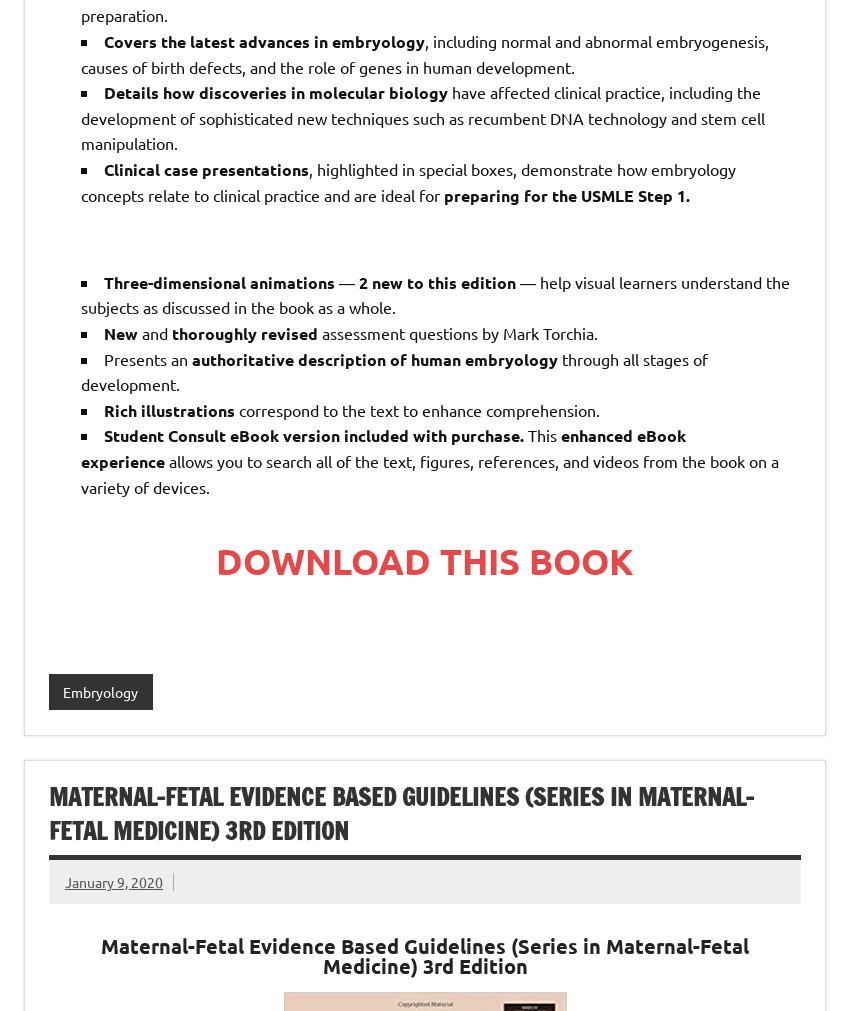 The width and height of the screenshot is (850, 1011). What do you see at coordinates (147, 356) in the screenshot?
I see `'Presents an'` at bounding box center [147, 356].